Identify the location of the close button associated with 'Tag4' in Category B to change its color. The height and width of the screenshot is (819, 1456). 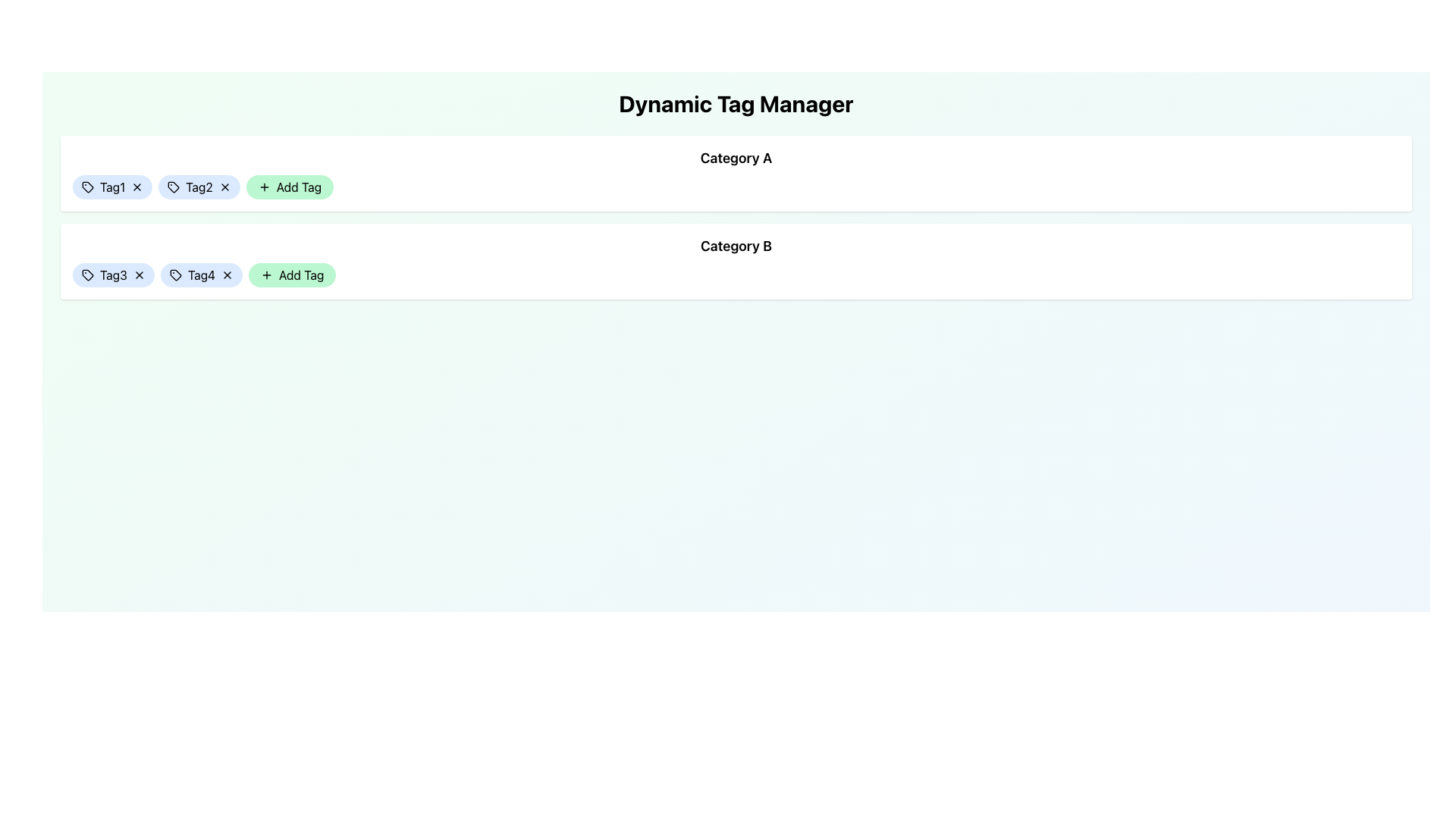
(226, 275).